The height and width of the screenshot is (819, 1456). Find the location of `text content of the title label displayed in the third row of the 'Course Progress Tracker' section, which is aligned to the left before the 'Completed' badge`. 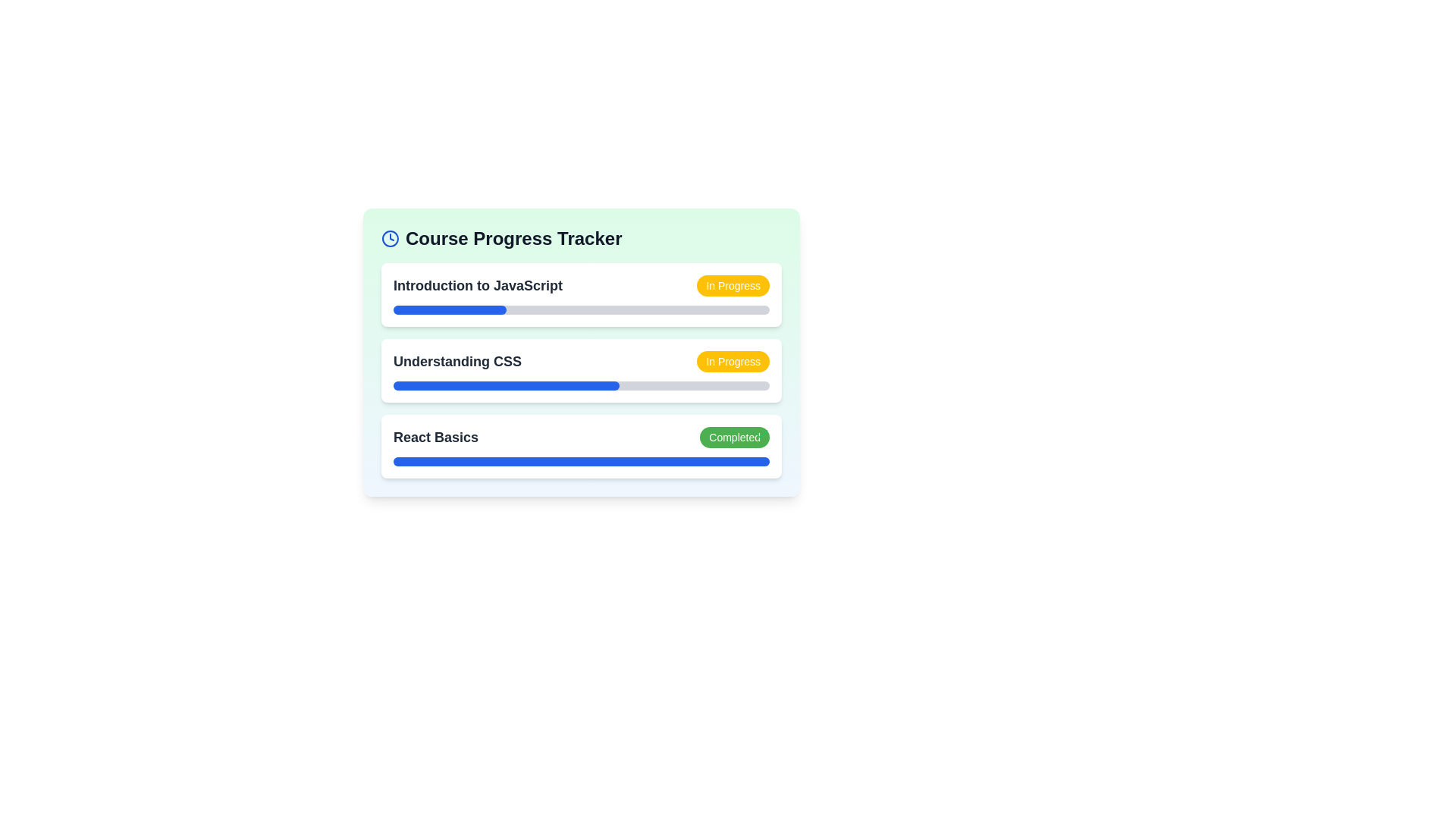

text content of the title label displayed in the third row of the 'Course Progress Tracker' section, which is aligned to the left before the 'Completed' badge is located at coordinates (435, 438).